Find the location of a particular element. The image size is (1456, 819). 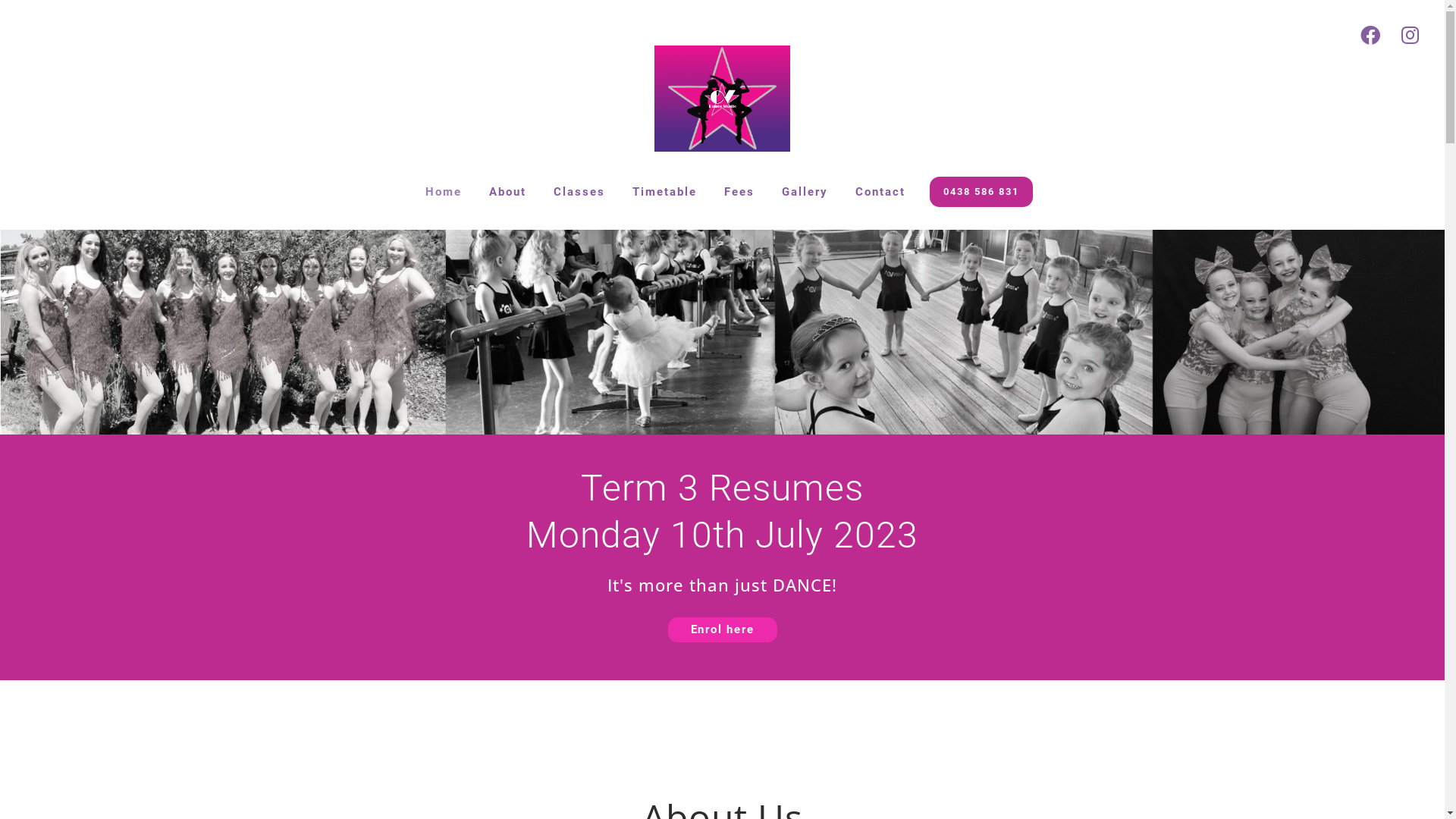

'Enrol here' is located at coordinates (720, 629).